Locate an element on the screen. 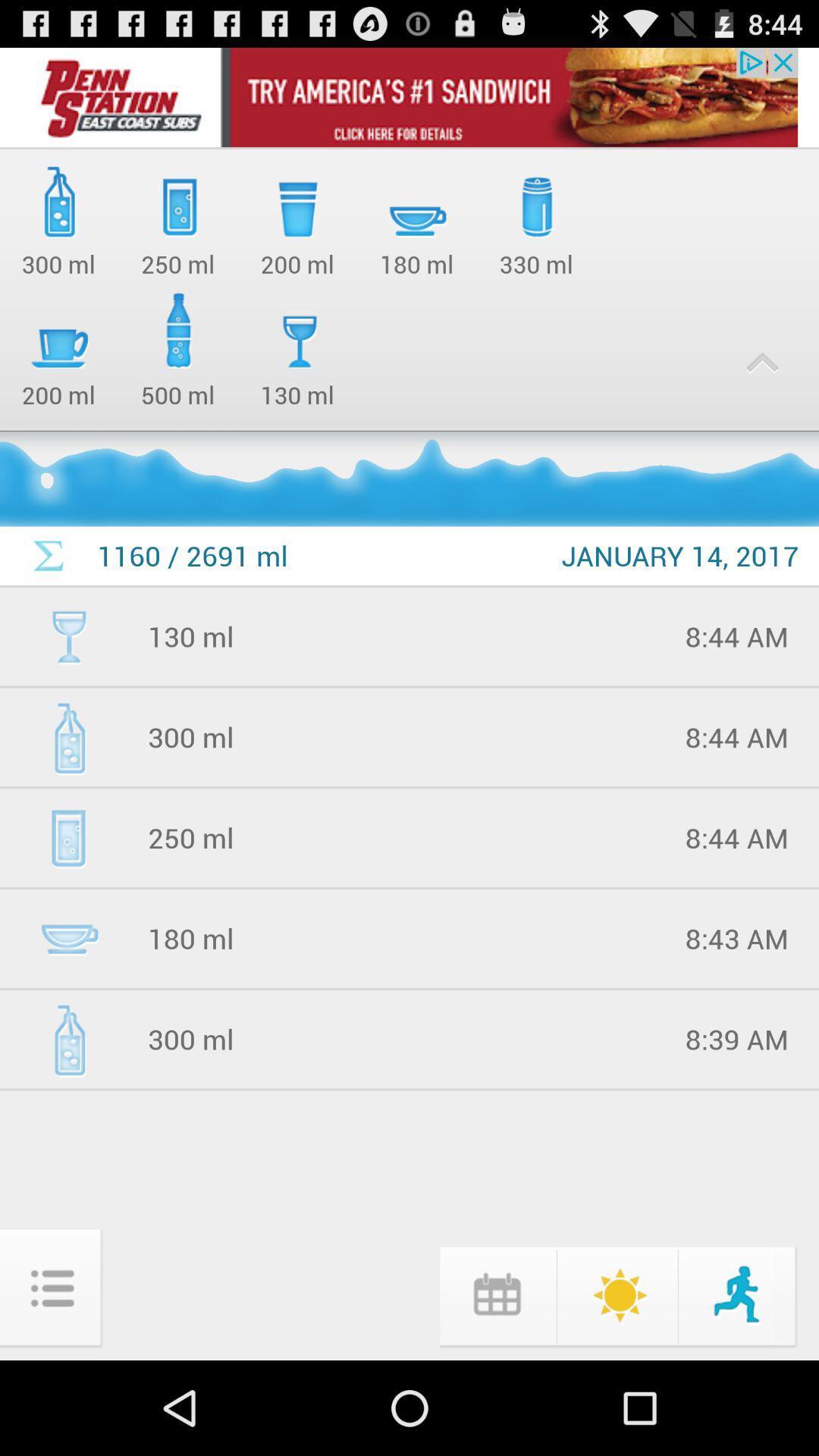 This screenshot has width=819, height=1456. the weather icon is located at coordinates (617, 1385).